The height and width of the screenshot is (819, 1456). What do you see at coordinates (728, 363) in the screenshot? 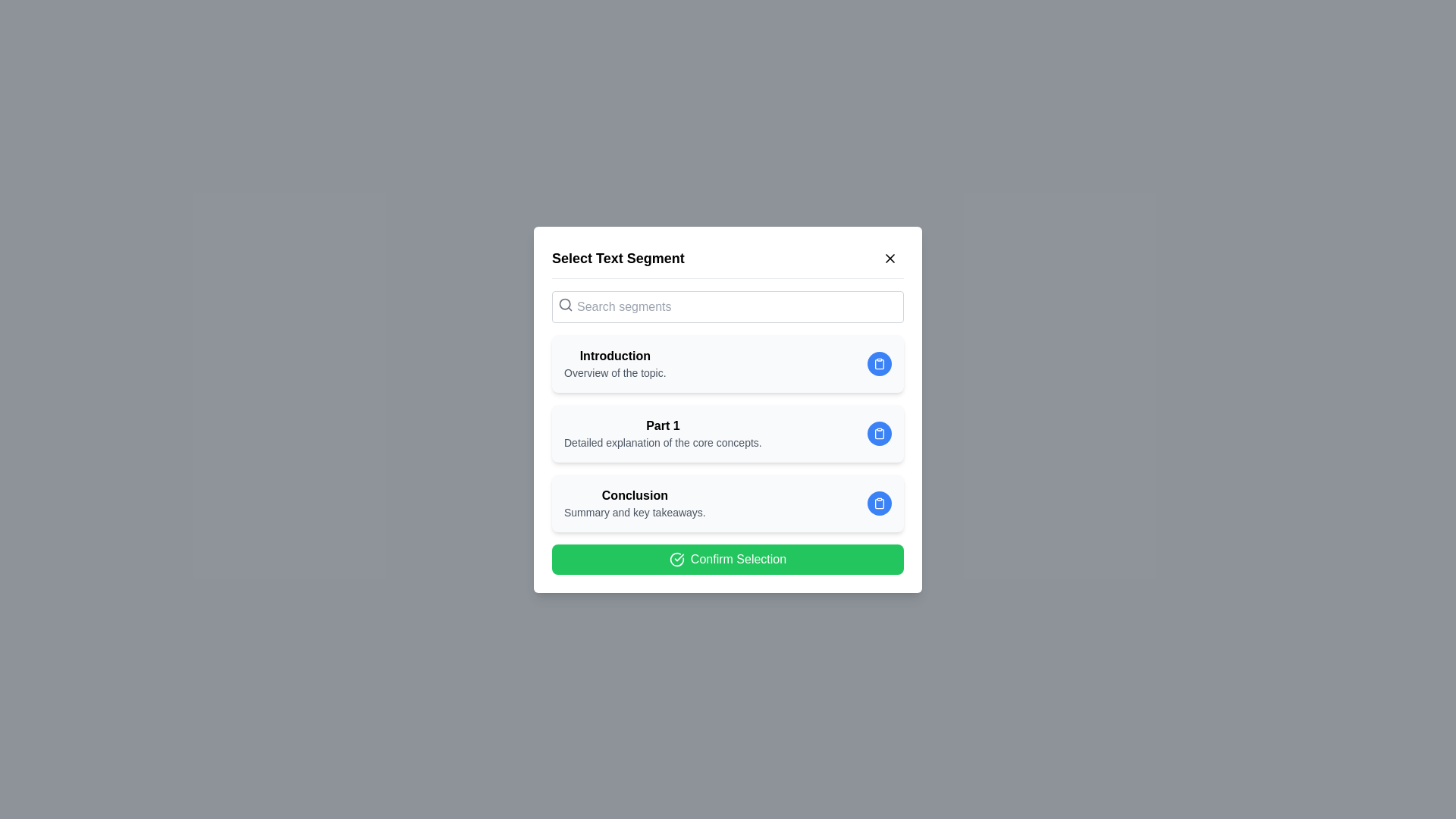
I see `the segment with title Introduction to view its details` at bounding box center [728, 363].